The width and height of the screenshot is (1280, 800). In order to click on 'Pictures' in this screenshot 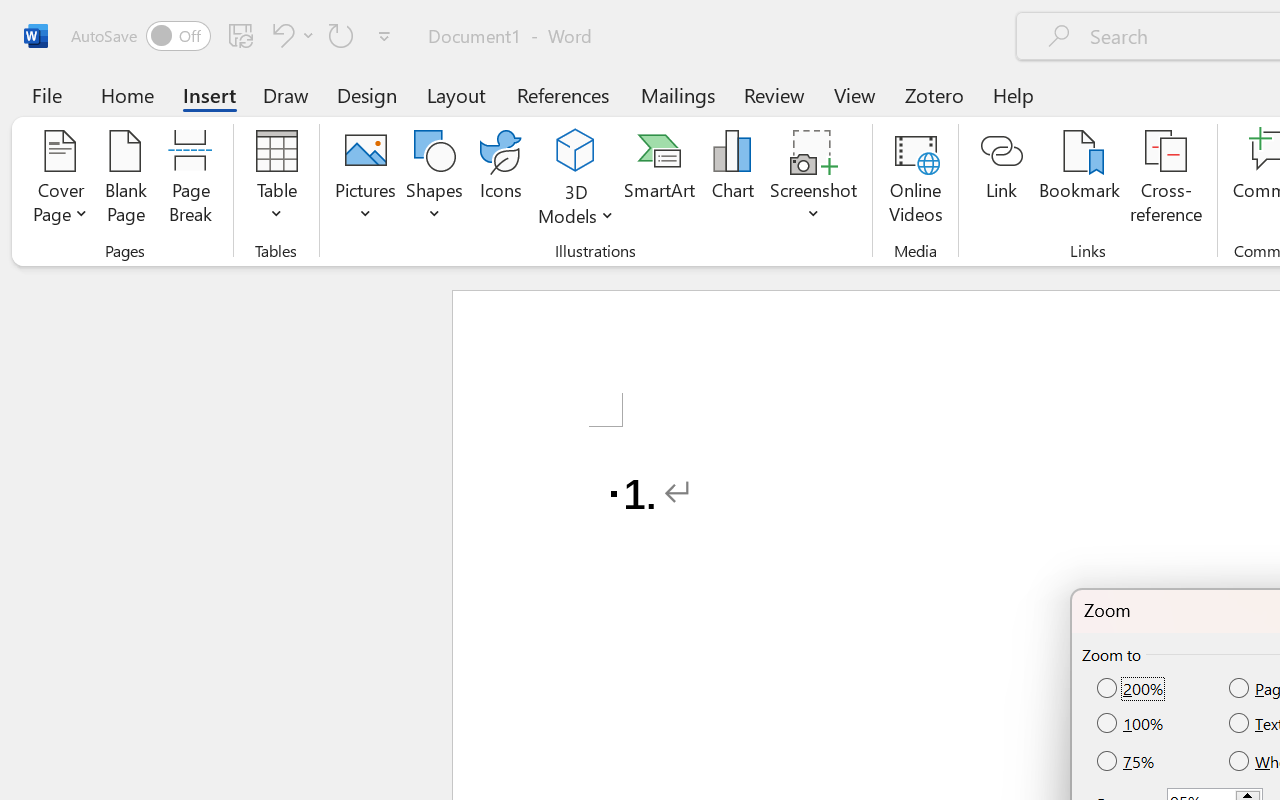, I will do `click(365, 179)`.